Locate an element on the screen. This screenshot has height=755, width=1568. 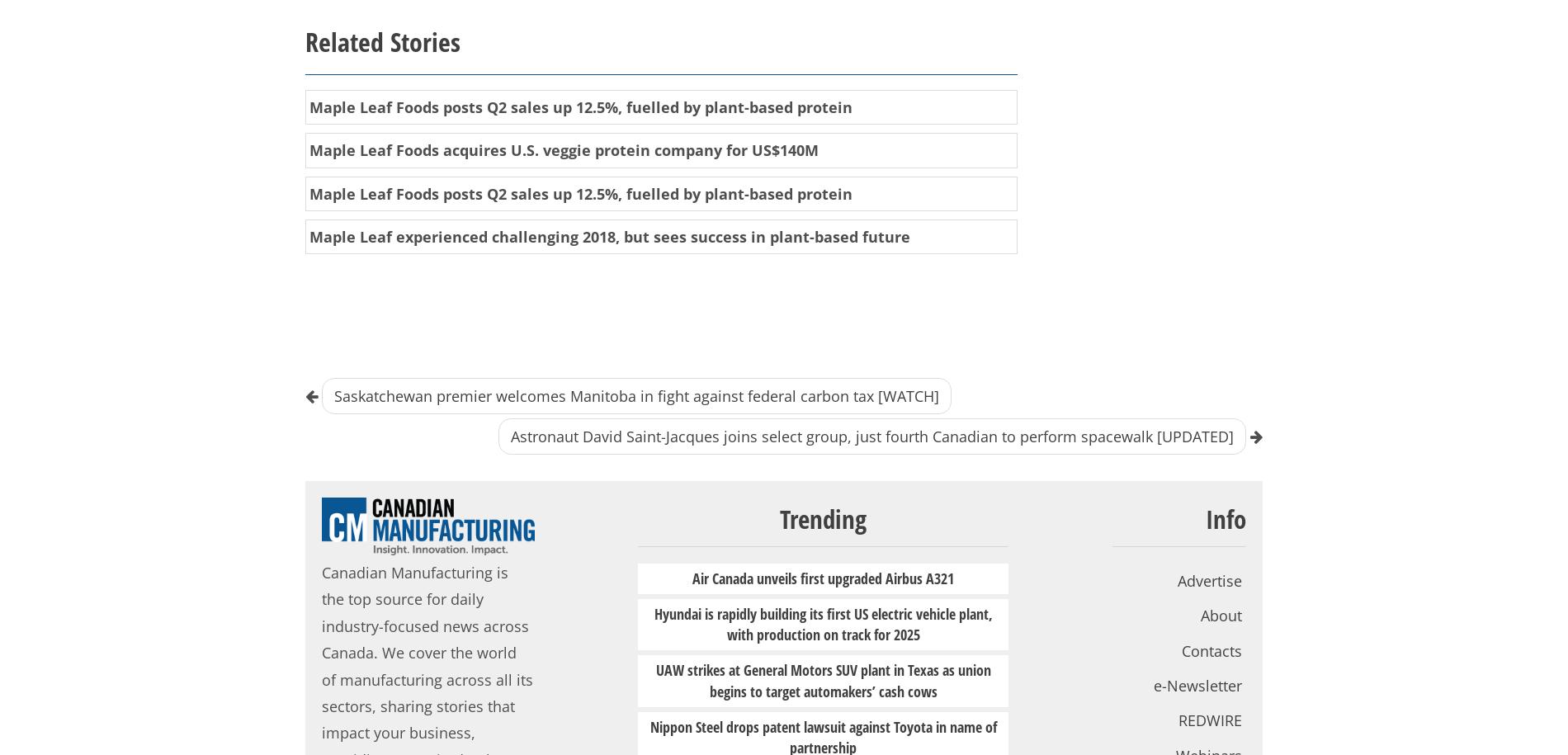
'Trending' is located at coordinates (823, 518).